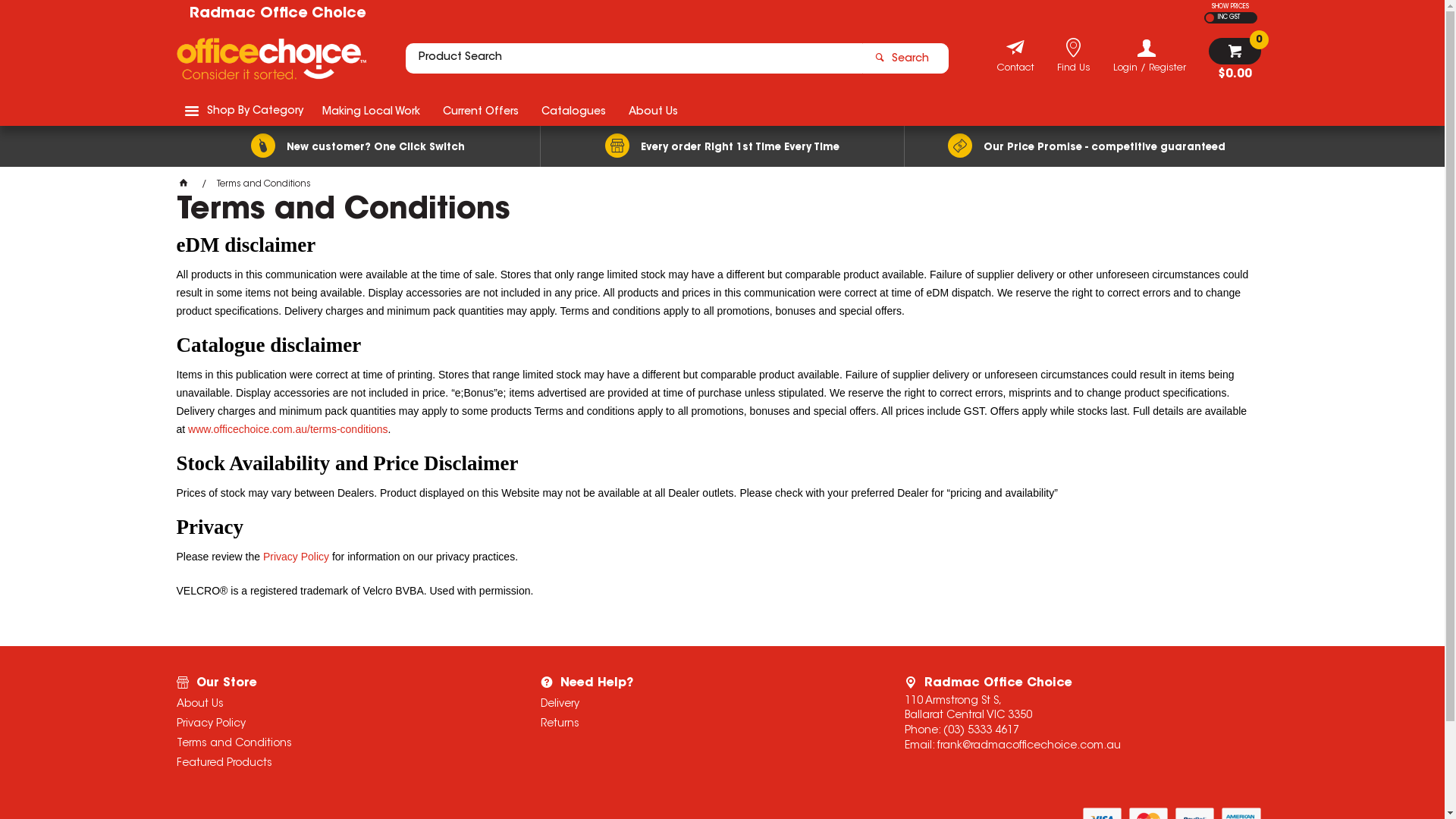  I want to click on 'frank@radmacofficechoice.com.au', so click(1029, 745).